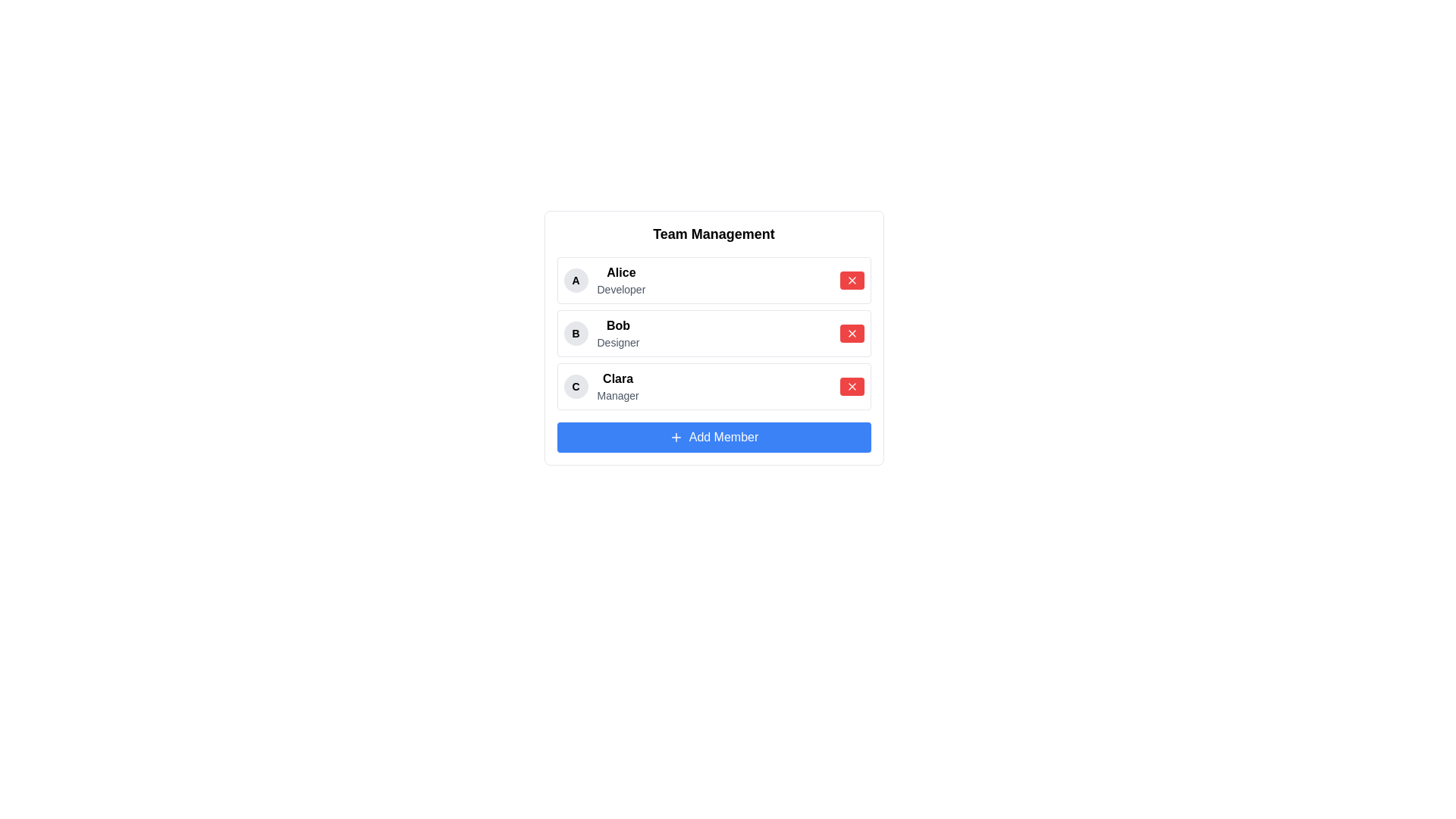  I want to click on the member entry card display for the second member in the team management interface, so click(713, 332).